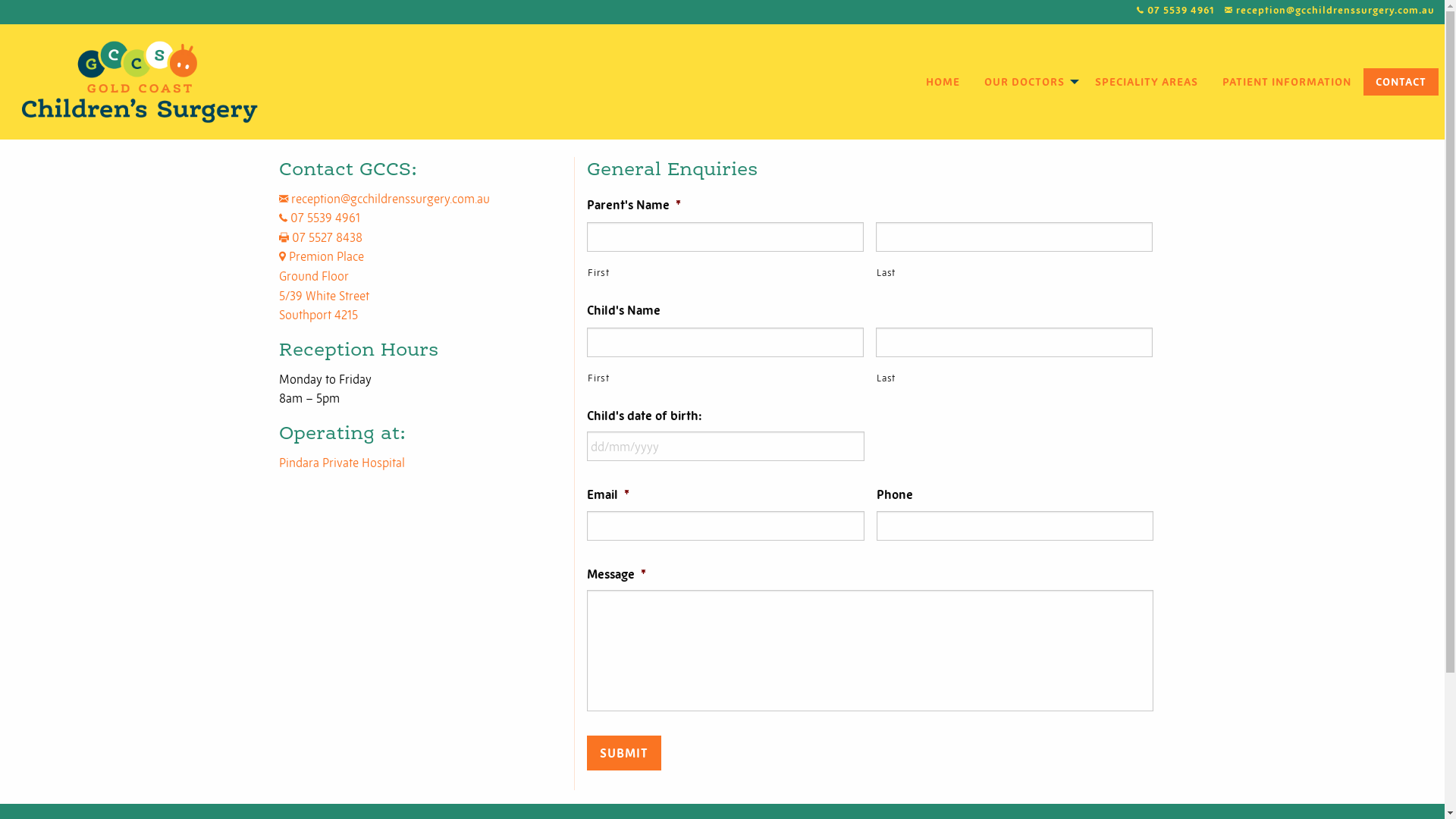 The height and width of the screenshot is (819, 1456). What do you see at coordinates (1286, 82) in the screenshot?
I see `'PATIENT INFORMATION'` at bounding box center [1286, 82].